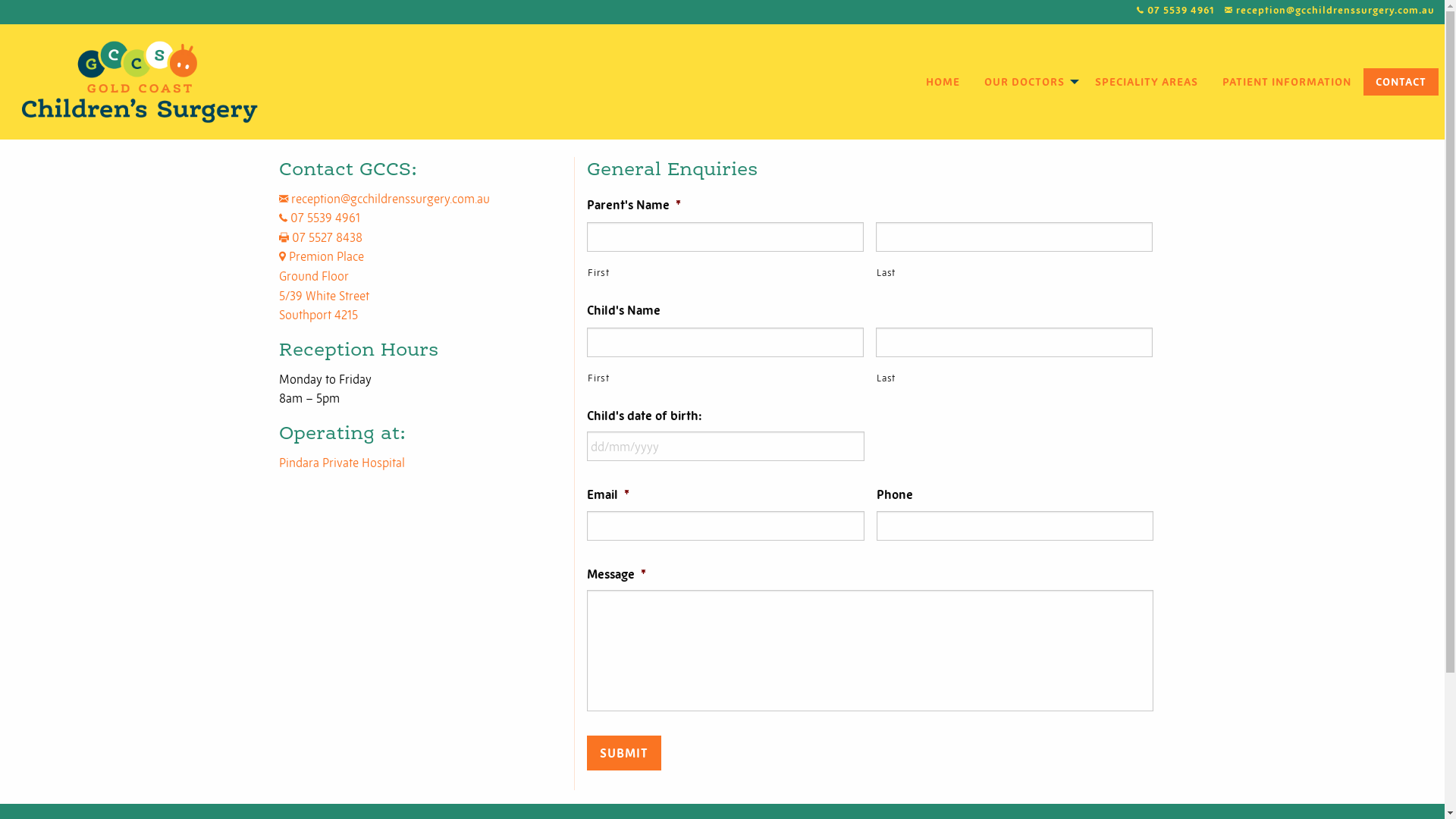 The height and width of the screenshot is (819, 1456). What do you see at coordinates (1286, 82) in the screenshot?
I see `'PATIENT INFORMATION'` at bounding box center [1286, 82].